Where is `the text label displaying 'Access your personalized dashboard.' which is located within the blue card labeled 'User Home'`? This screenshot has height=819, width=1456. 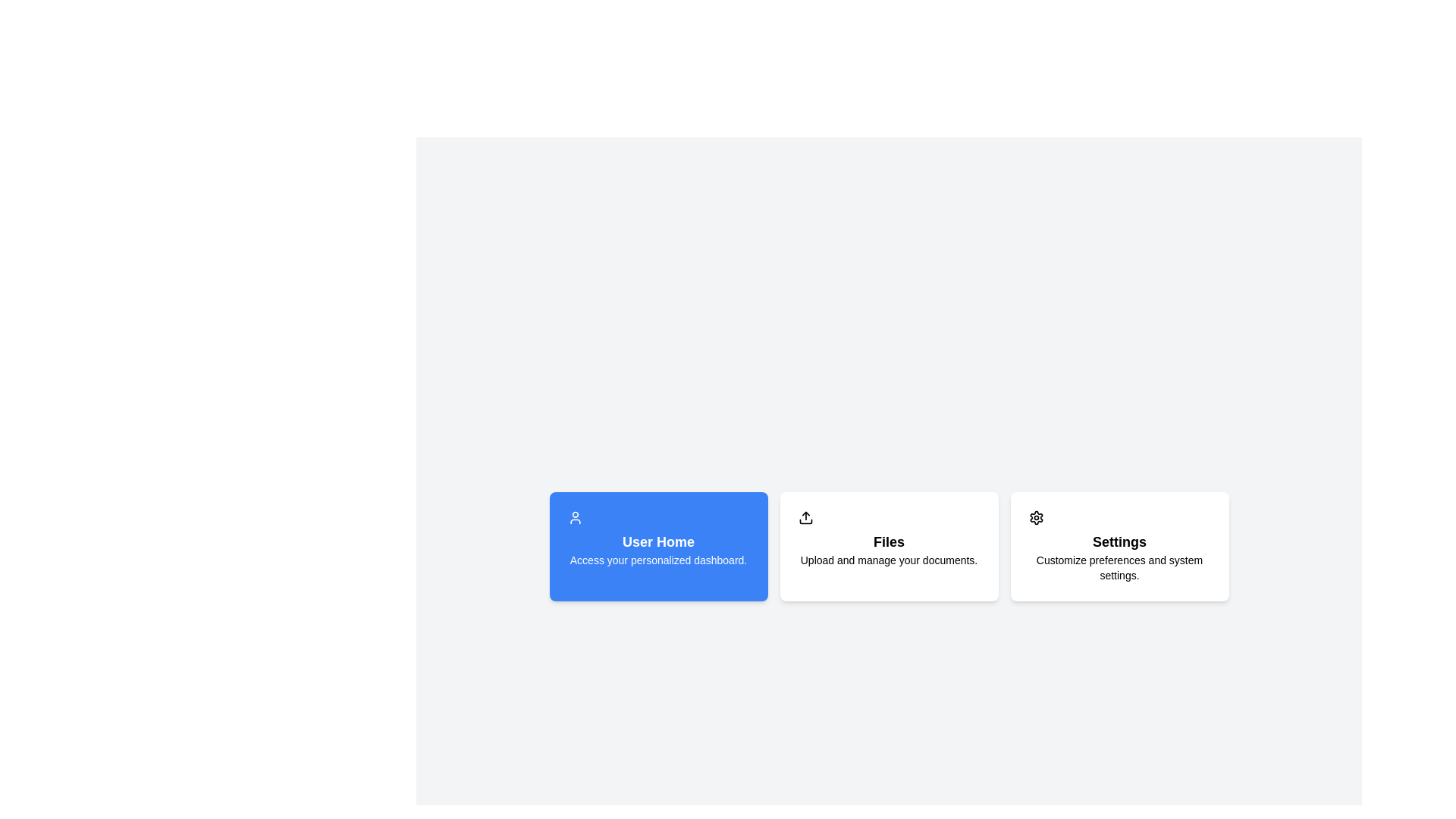
the text label displaying 'Access your personalized dashboard.' which is located within the blue card labeled 'User Home' is located at coordinates (658, 560).